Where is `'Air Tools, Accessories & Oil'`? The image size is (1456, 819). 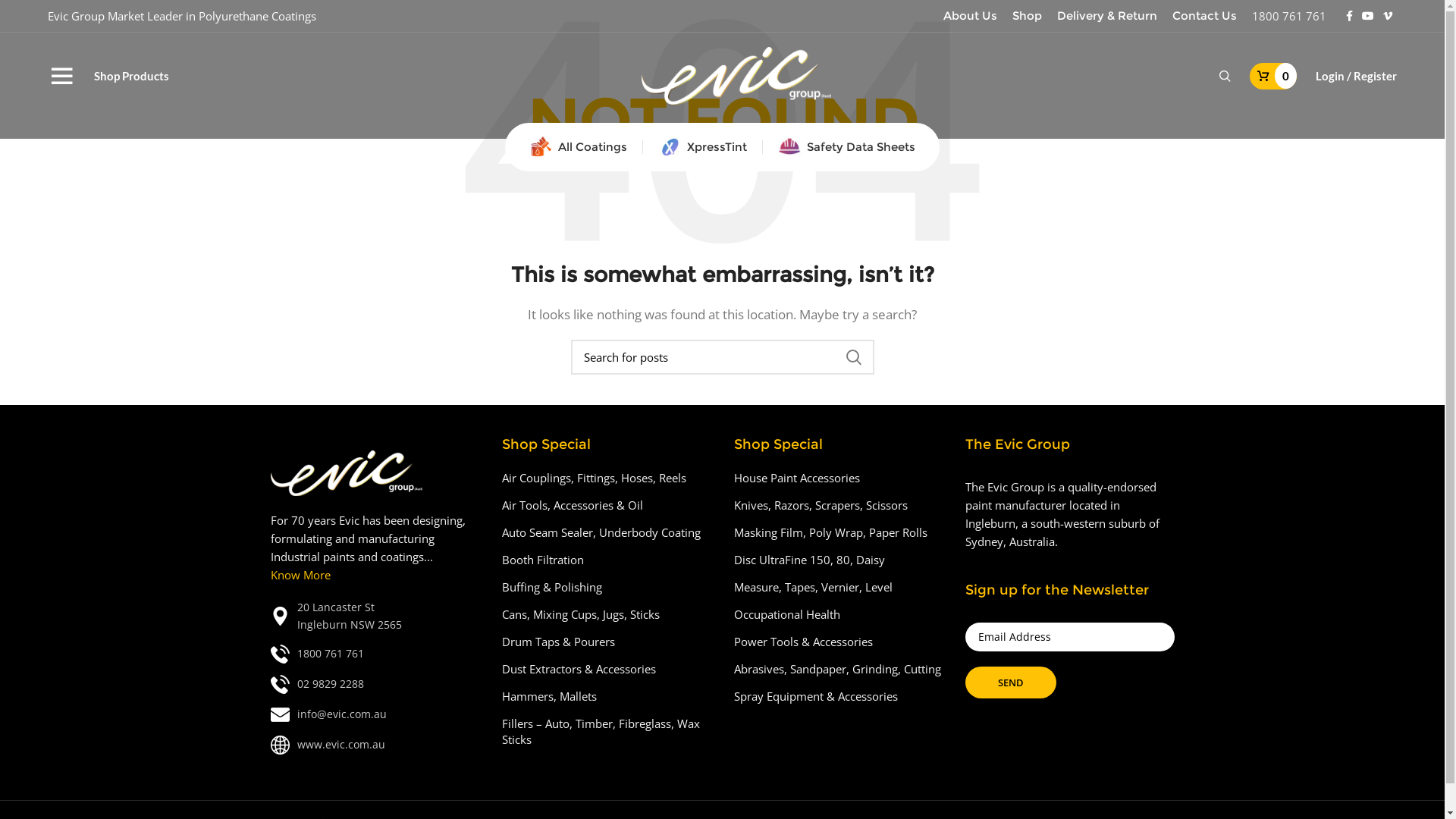 'Air Tools, Accessories & Oil' is located at coordinates (572, 505).